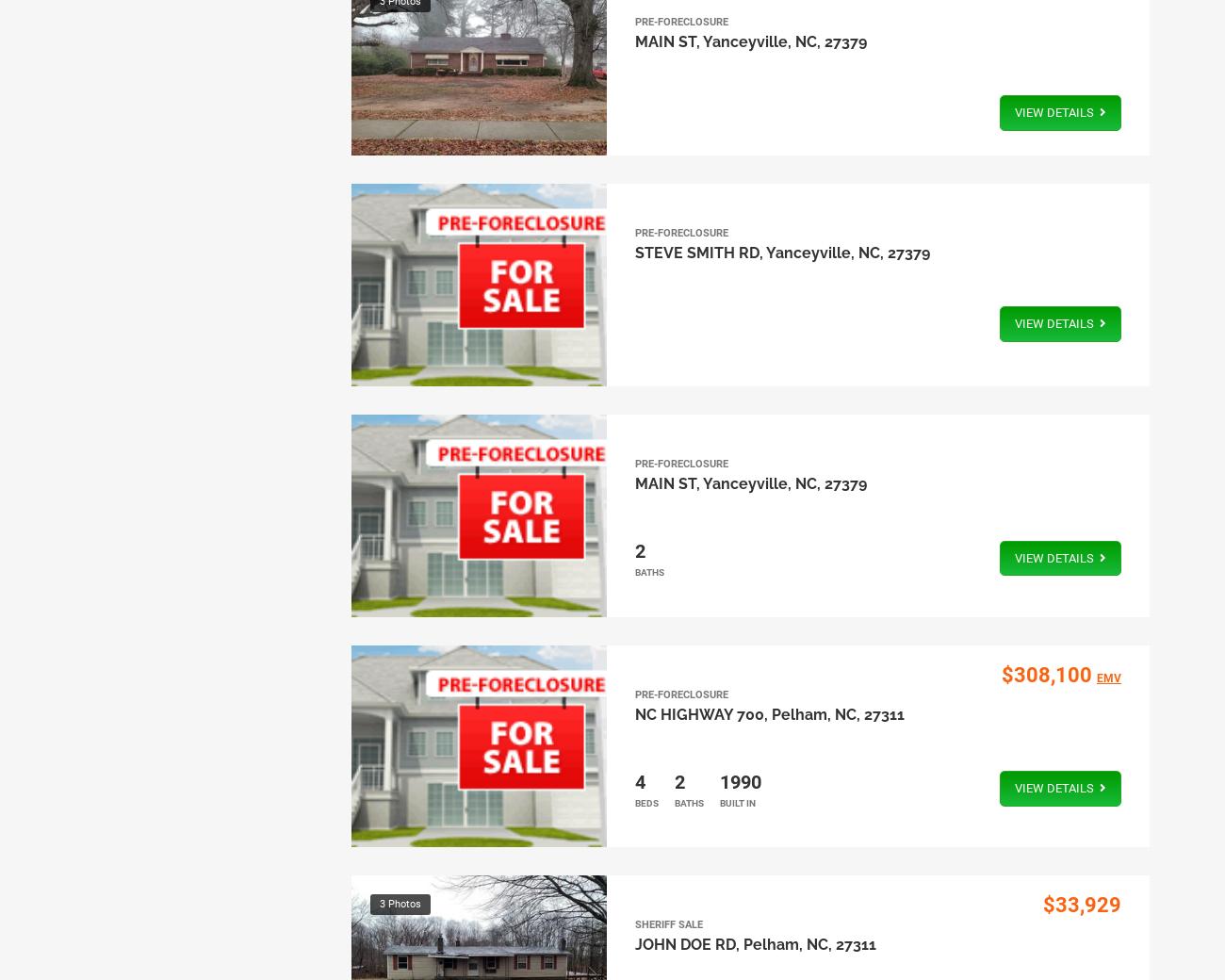  What do you see at coordinates (684, 944) in the screenshot?
I see `'JOHN DOE RD'` at bounding box center [684, 944].